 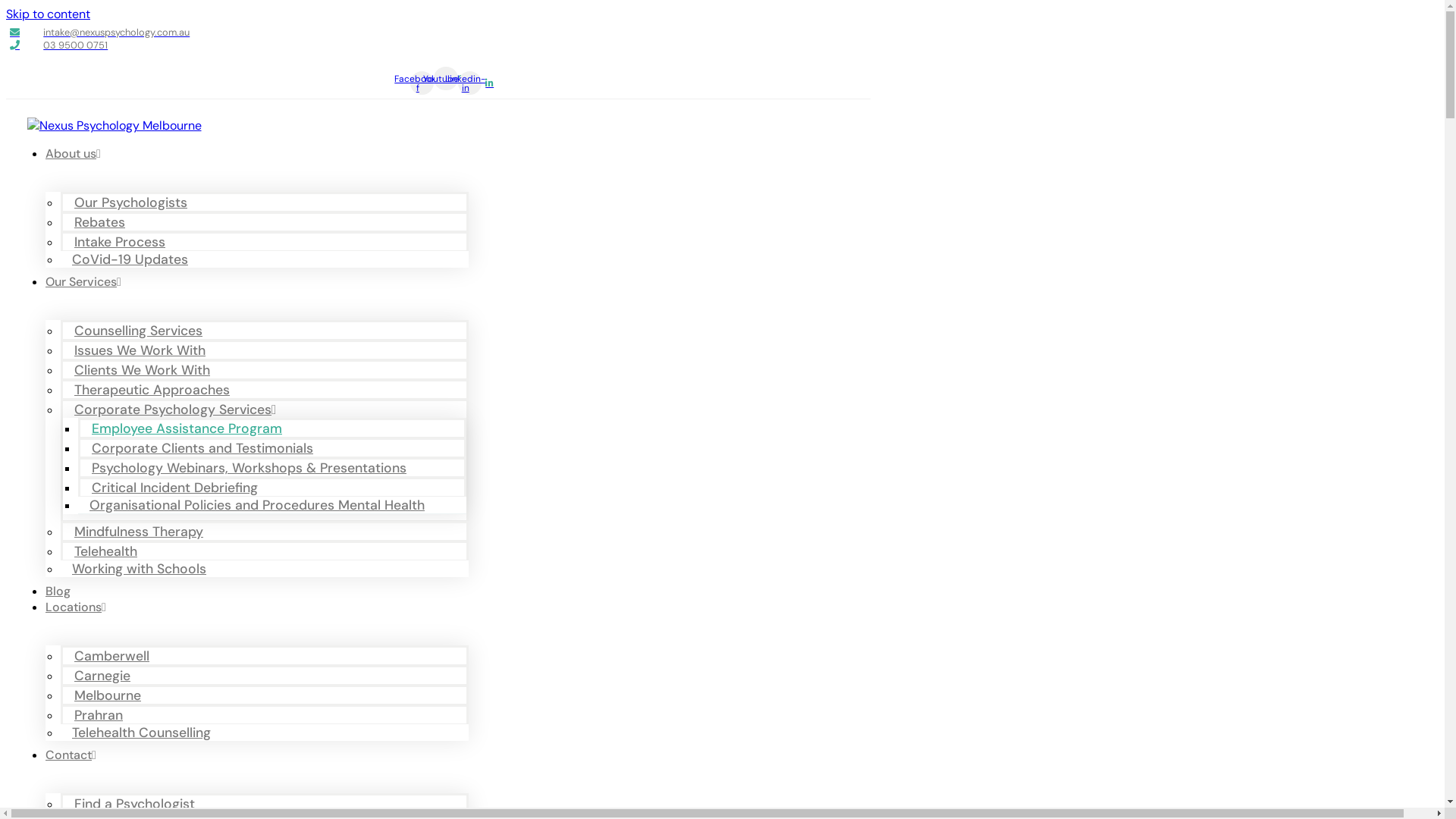 I want to click on 'CoVid-19 Updates', so click(x=133, y=259).